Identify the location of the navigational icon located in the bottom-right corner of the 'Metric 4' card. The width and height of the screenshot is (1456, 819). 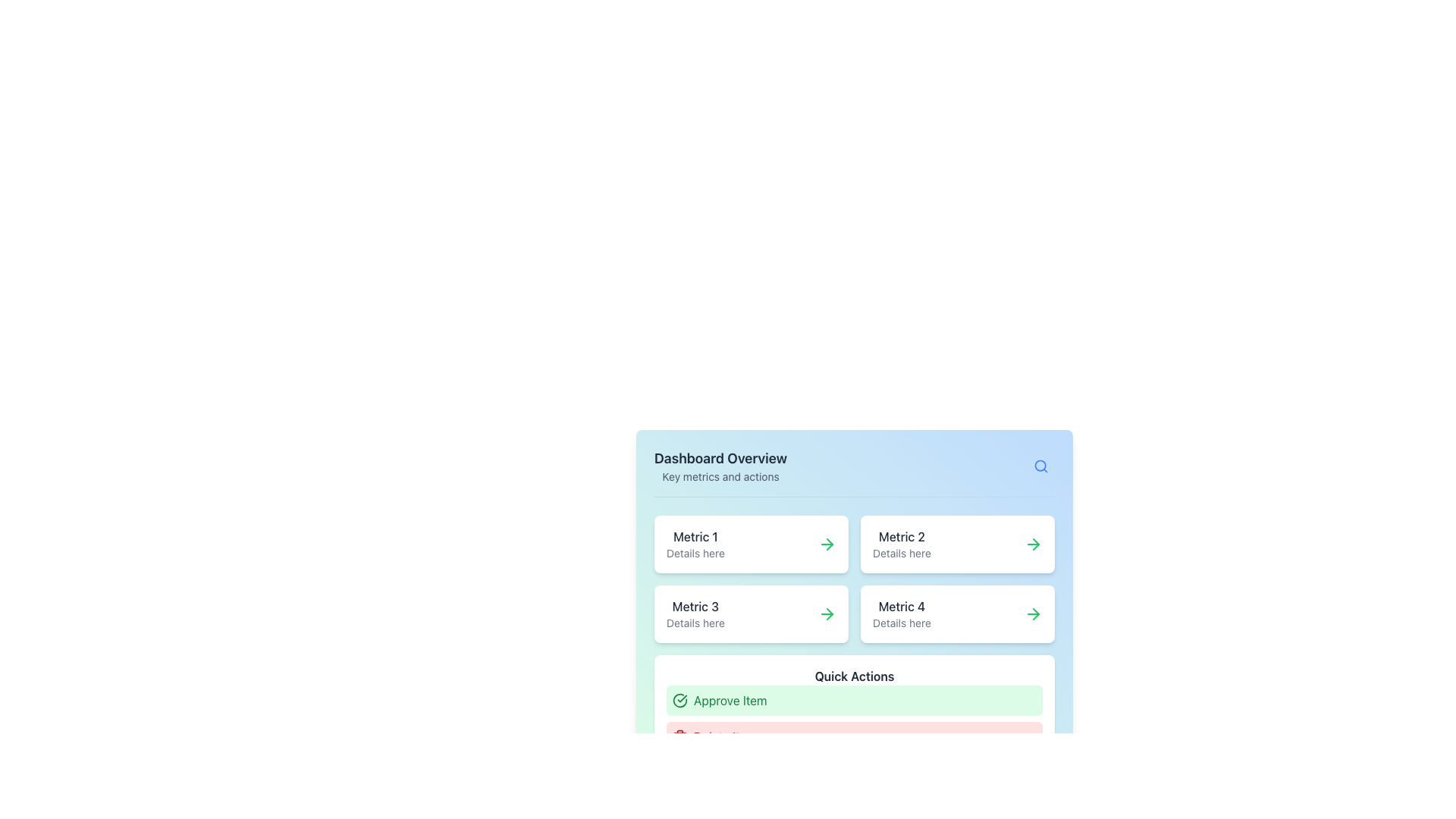
(1033, 614).